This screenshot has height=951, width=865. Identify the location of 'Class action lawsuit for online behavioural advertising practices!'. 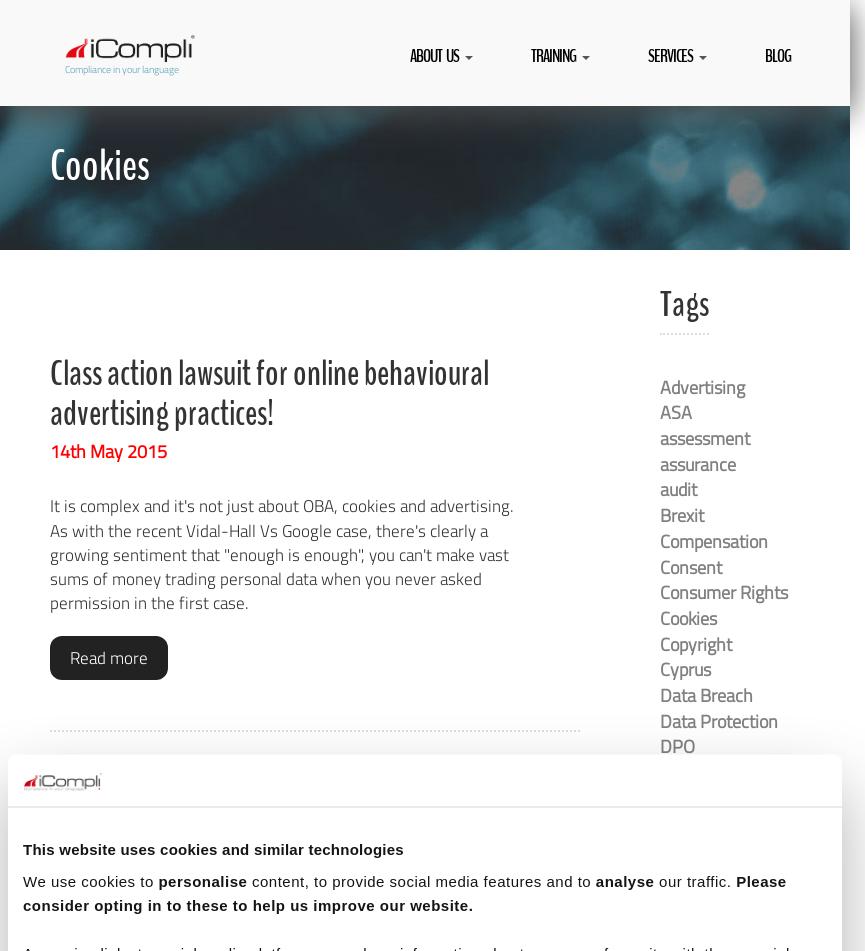
(49, 392).